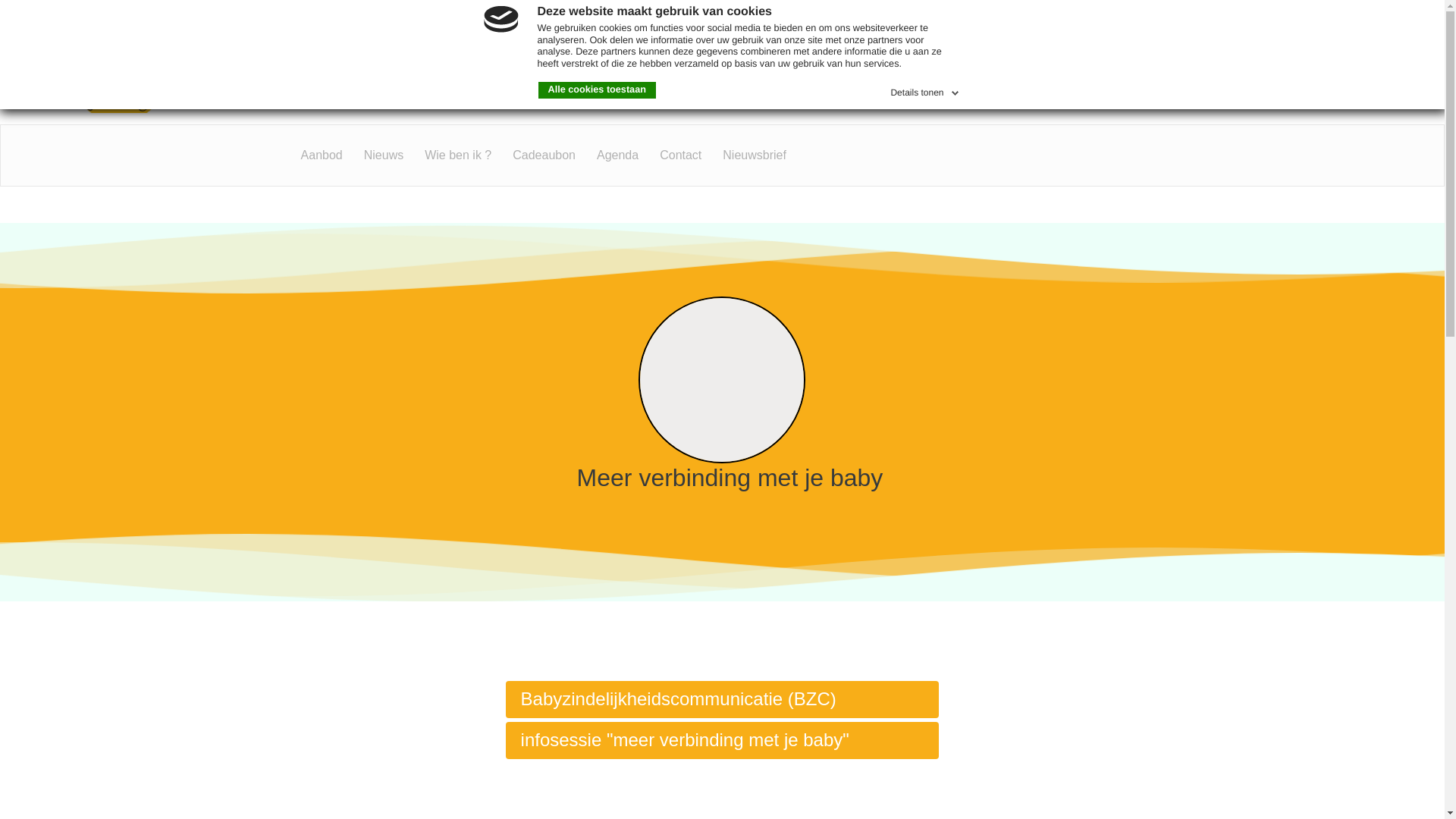  What do you see at coordinates (457, 155) in the screenshot?
I see `'Wie ben ik ?'` at bounding box center [457, 155].